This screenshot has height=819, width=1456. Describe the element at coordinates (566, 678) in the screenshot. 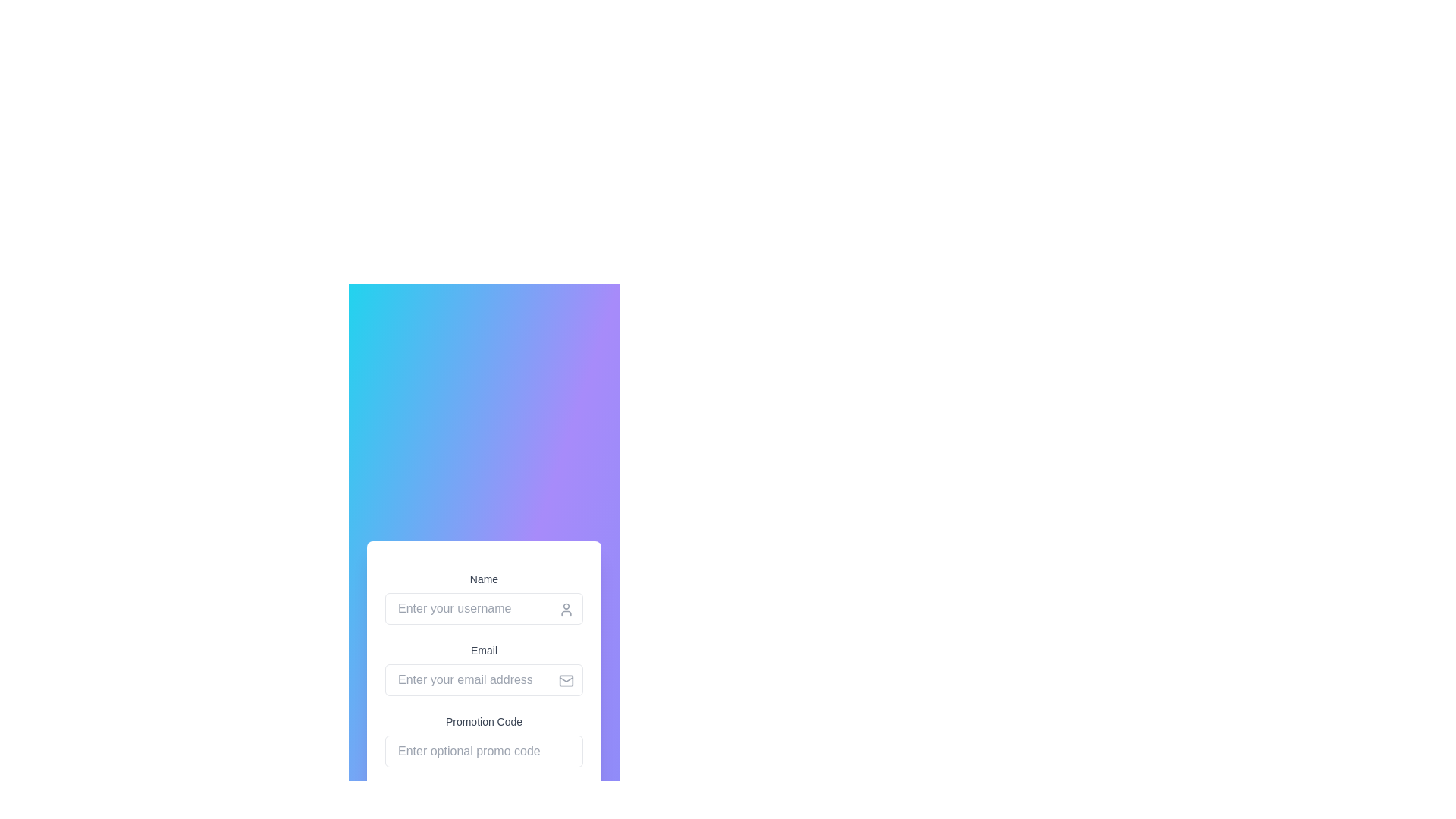

I see `the email icon located in the top-right area of the form section, which serves as a visual representation for email correspondence` at that location.